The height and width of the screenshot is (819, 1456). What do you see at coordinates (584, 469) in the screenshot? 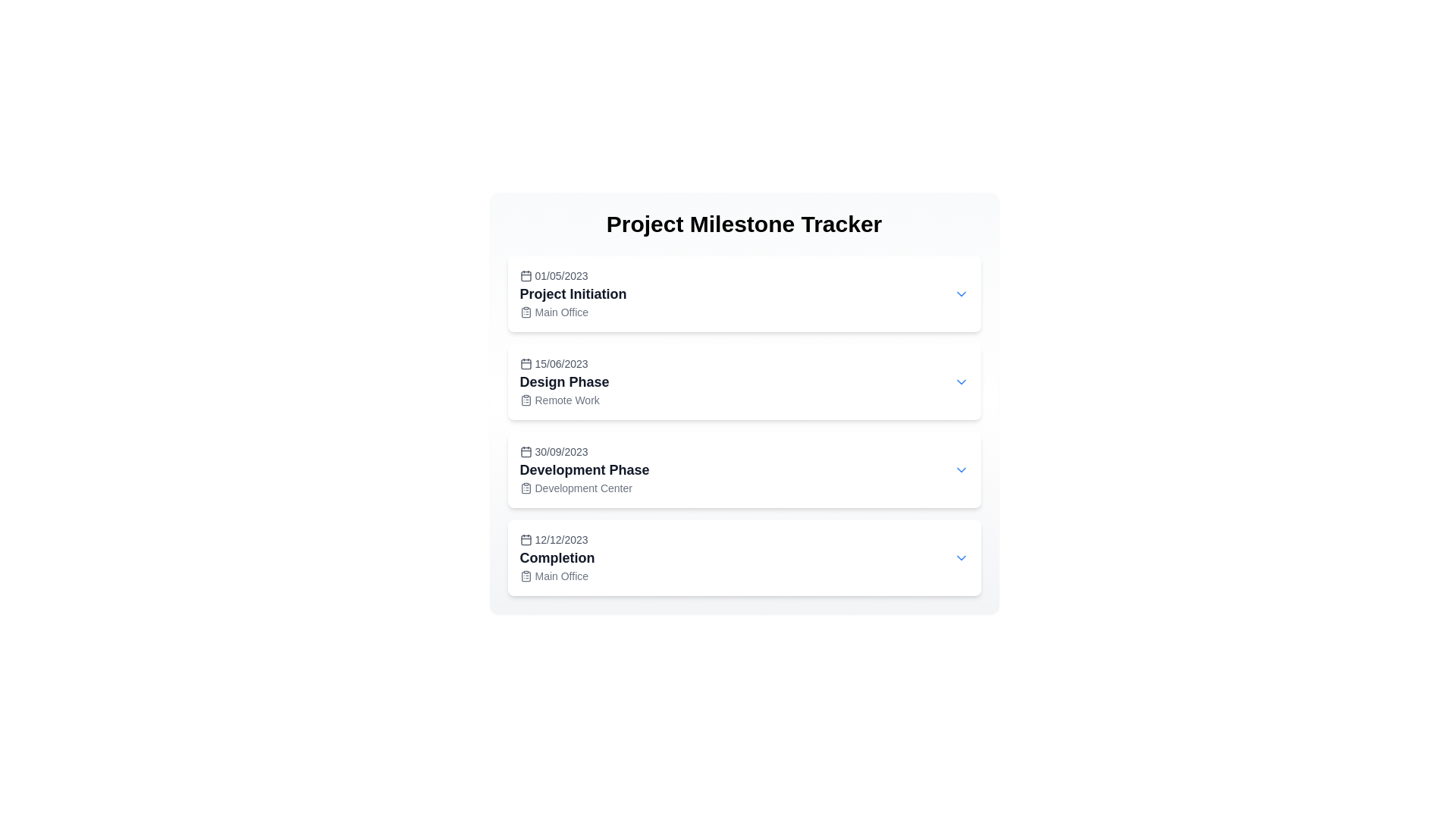
I see `the 'Development Phase' text label, which is displayed in a bold, large-sized font and located centrally below the '30/09/2023' date in the third milestone section` at bounding box center [584, 469].